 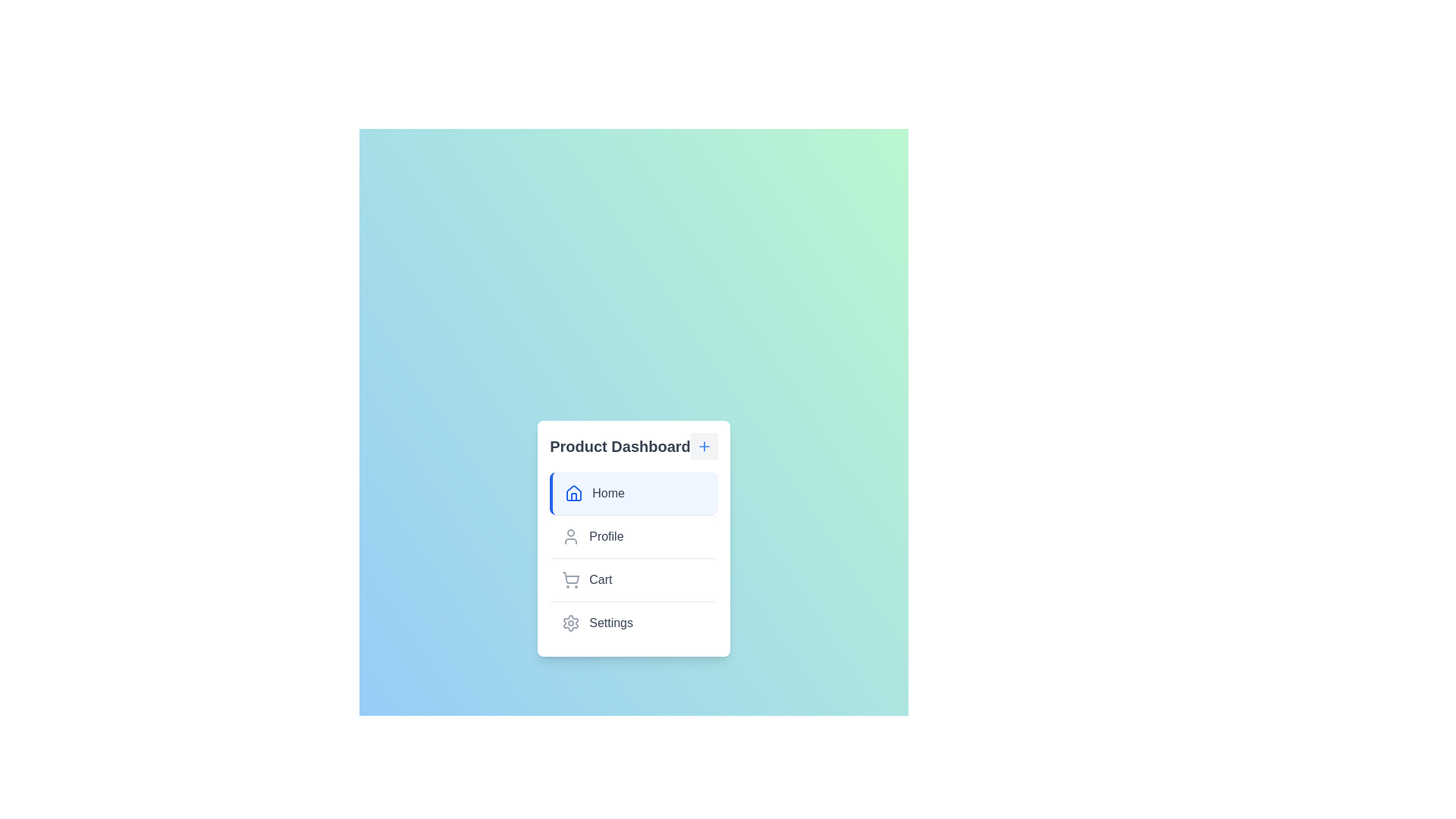 I want to click on the header to toggle the menu state, so click(x=702, y=444).